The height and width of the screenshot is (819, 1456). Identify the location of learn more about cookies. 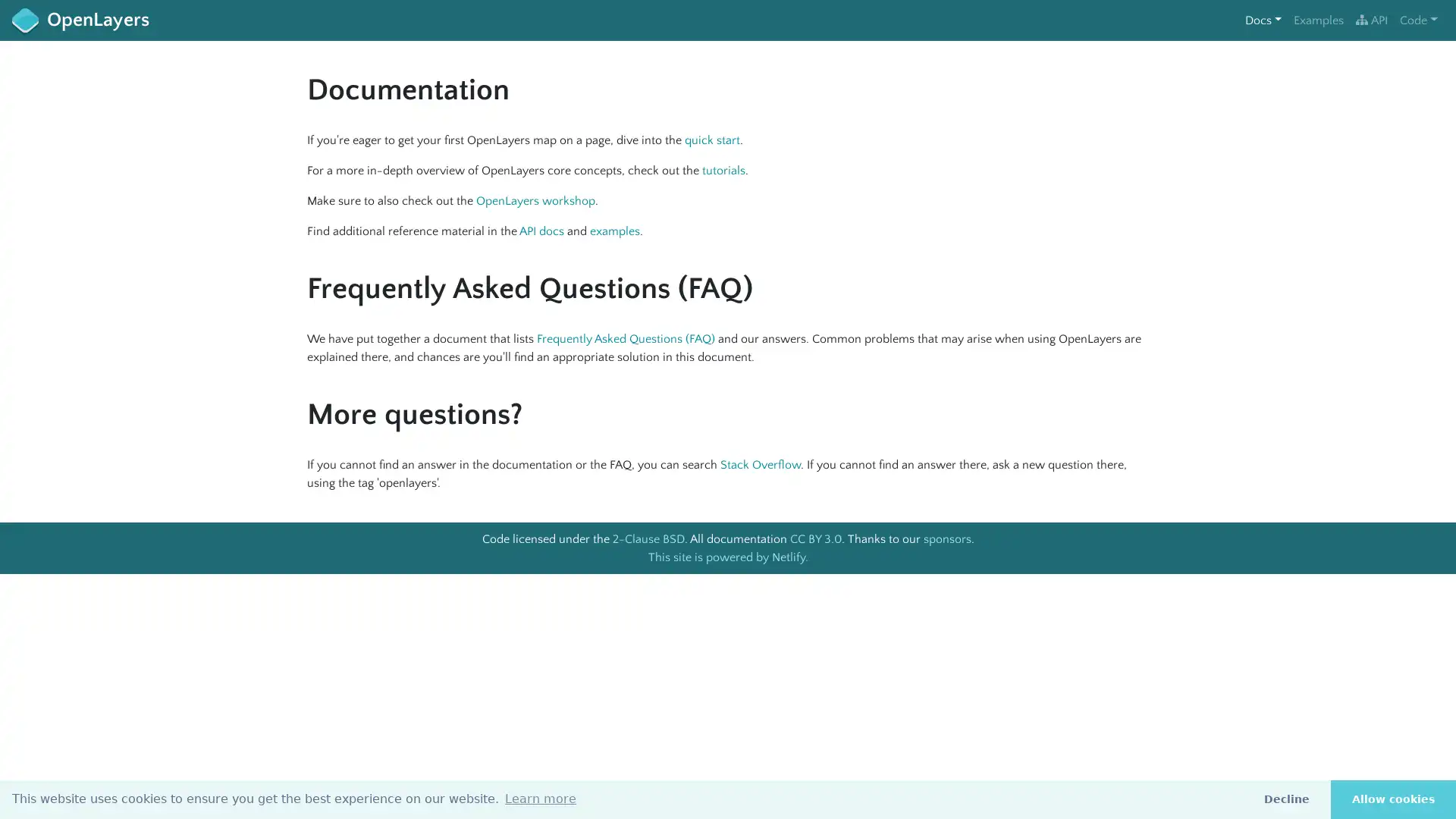
(541, 798).